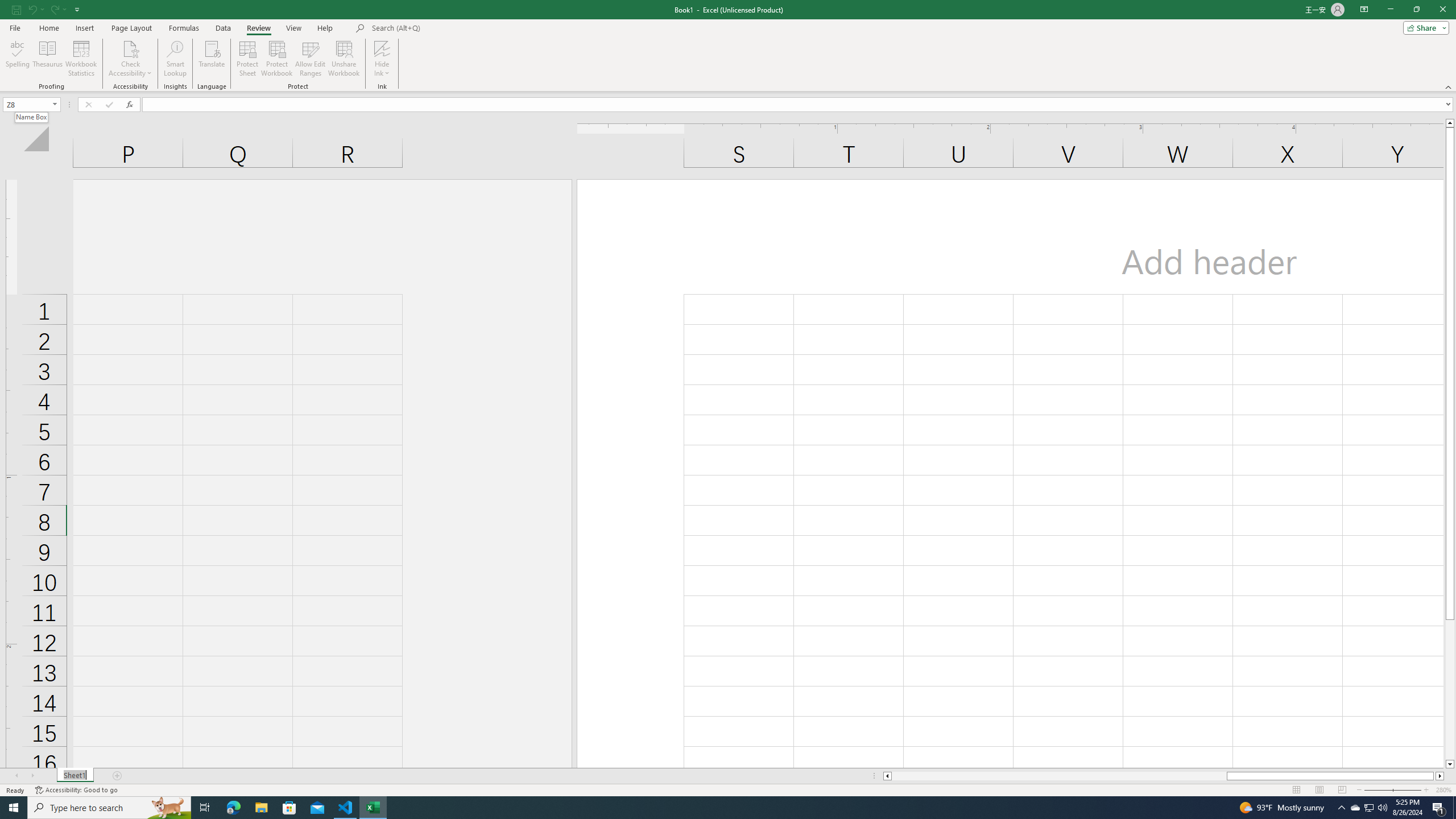 This screenshot has height=819, width=1456. Describe the element at coordinates (344, 59) in the screenshot. I see `'Unshare Workbook'` at that location.